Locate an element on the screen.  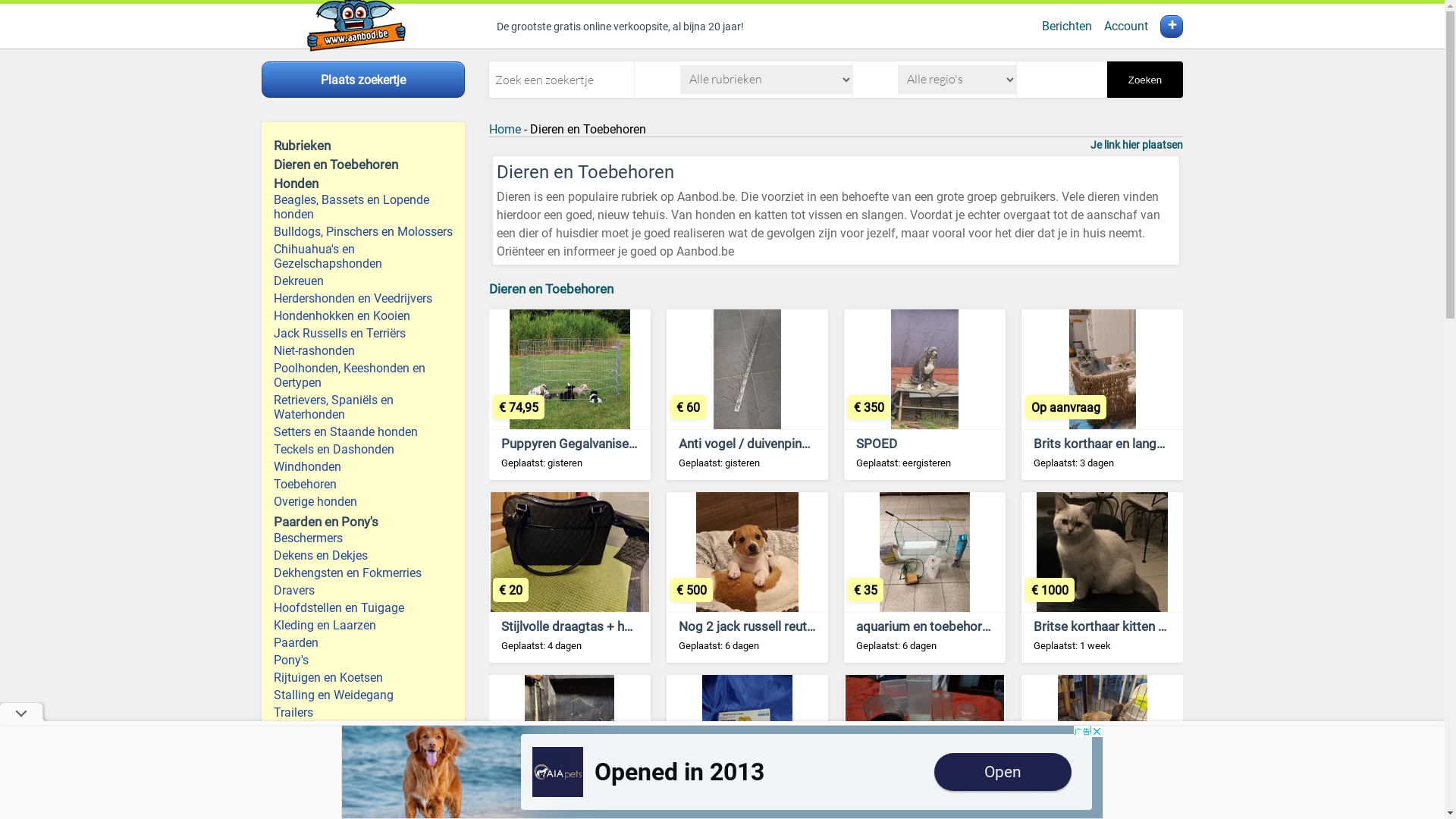
'Overige honden' is located at coordinates (362, 501).